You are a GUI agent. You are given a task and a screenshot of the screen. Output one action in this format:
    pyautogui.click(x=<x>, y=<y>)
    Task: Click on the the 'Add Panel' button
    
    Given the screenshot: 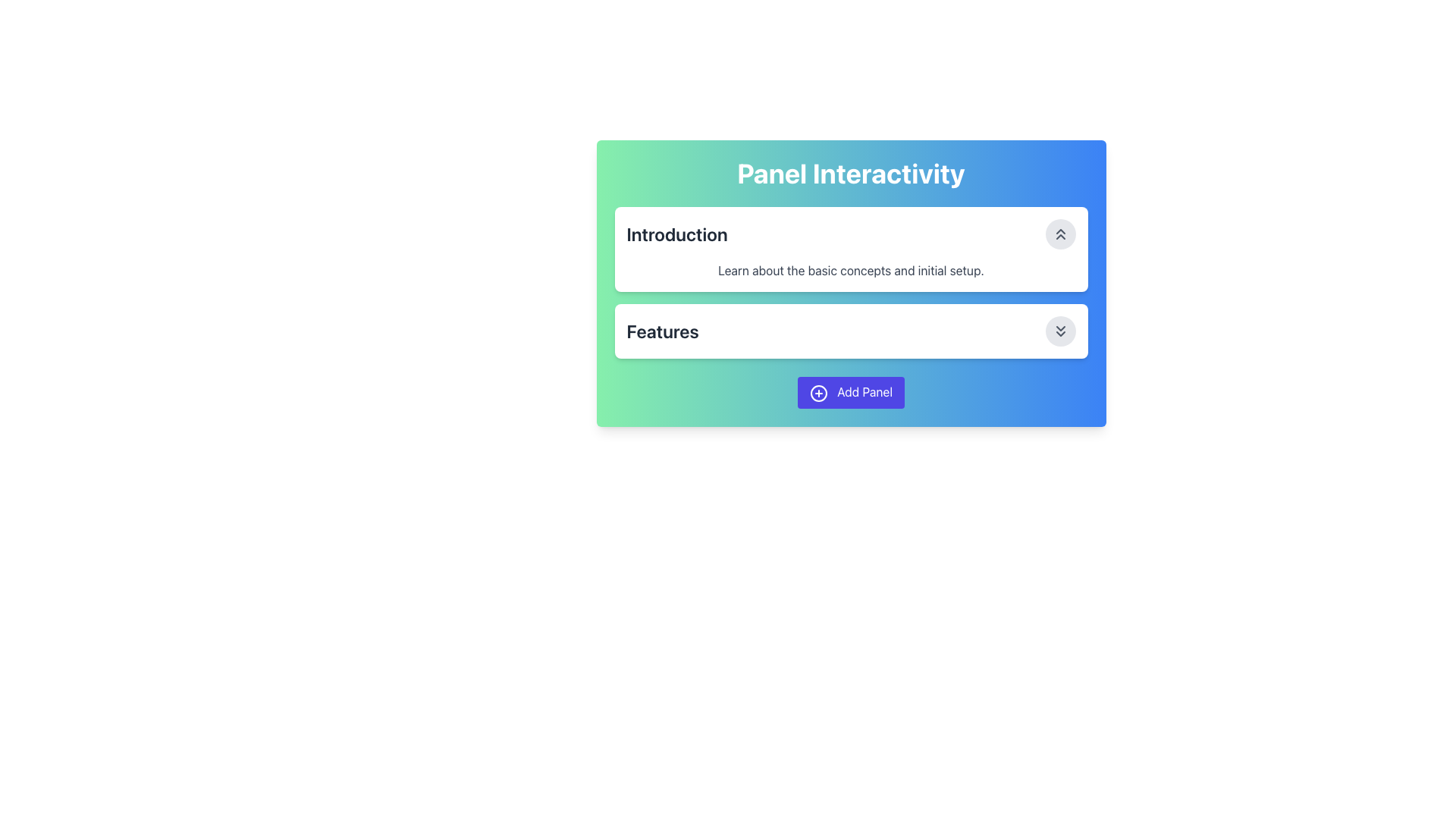 What is the action you would take?
    pyautogui.click(x=851, y=391)
    